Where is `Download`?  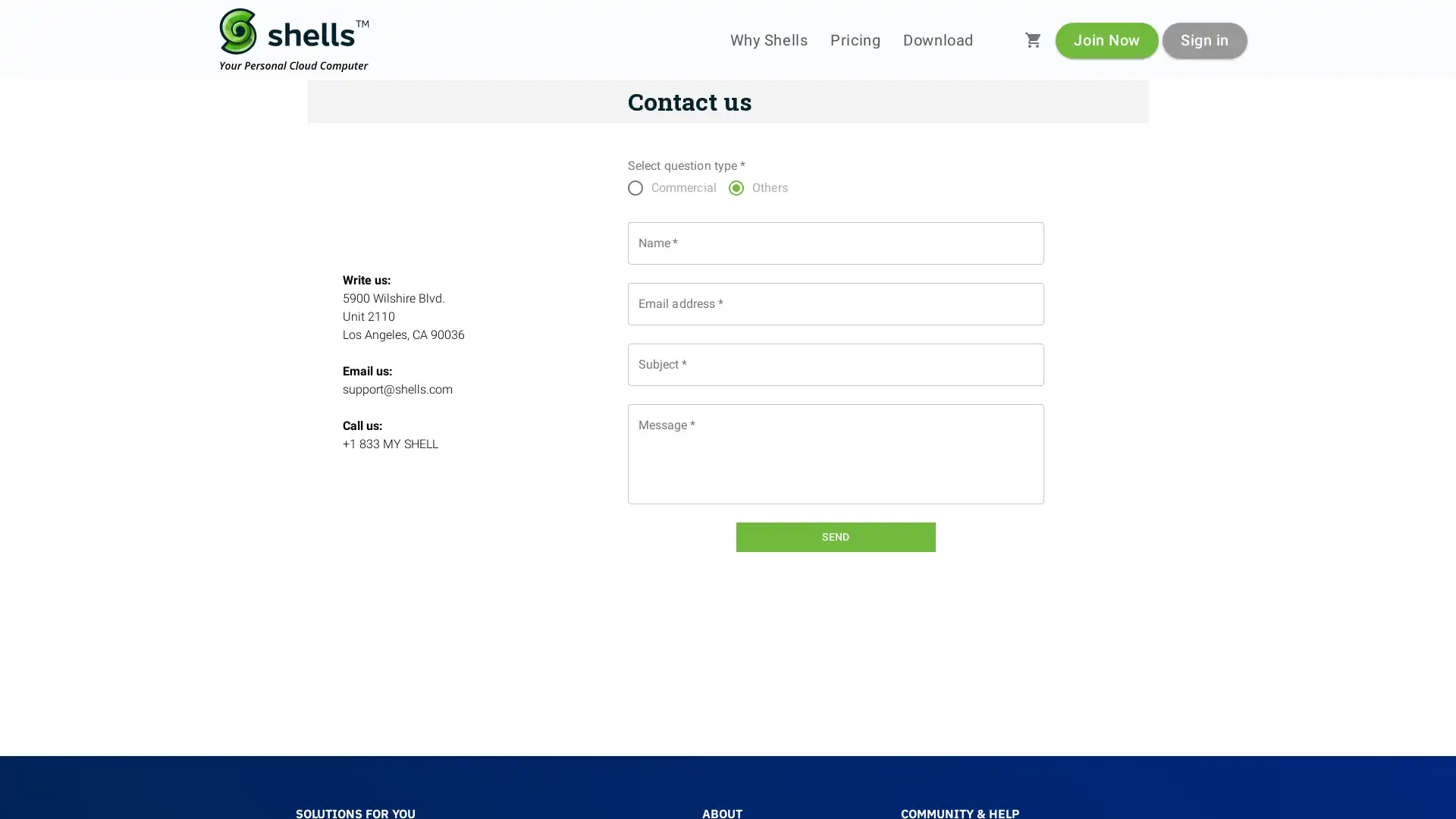 Download is located at coordinates (937, 39).